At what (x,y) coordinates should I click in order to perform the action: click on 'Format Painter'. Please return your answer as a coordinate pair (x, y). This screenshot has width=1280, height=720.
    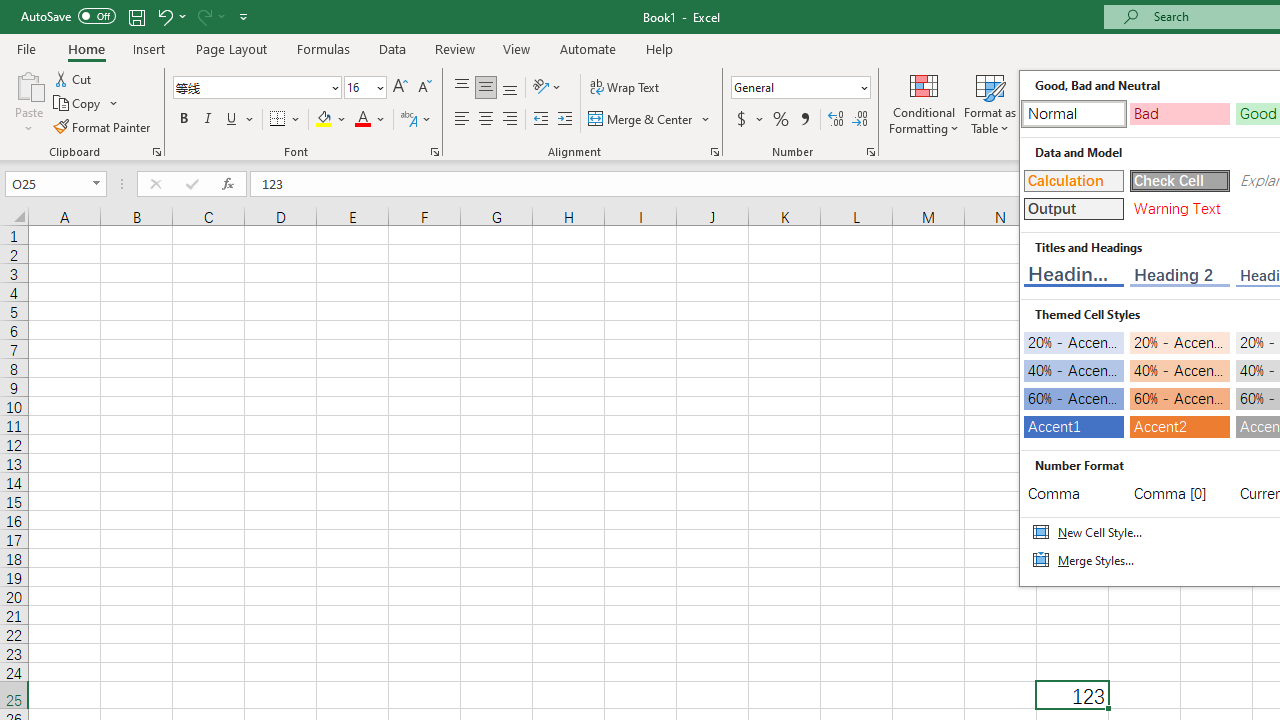
    Looking at the image, I should click on (102, 127).